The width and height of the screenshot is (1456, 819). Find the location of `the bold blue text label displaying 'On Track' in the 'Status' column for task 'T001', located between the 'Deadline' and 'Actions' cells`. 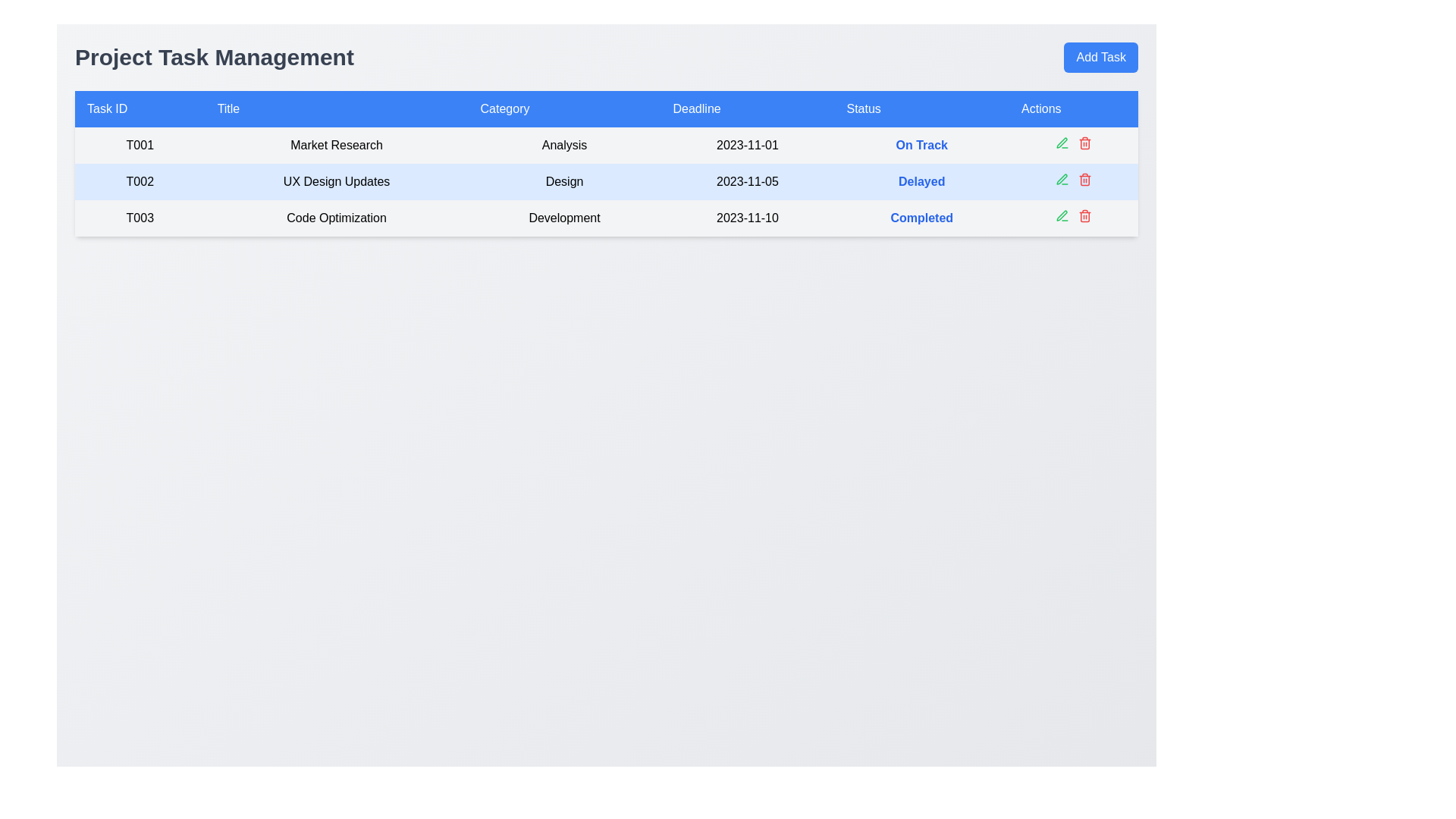

the bold blue text label displaying 'On Track' in the 'Status' column for task 'T001', located between the 'Deadline' and 'Actions' cells is located at coordinates (921, 146).